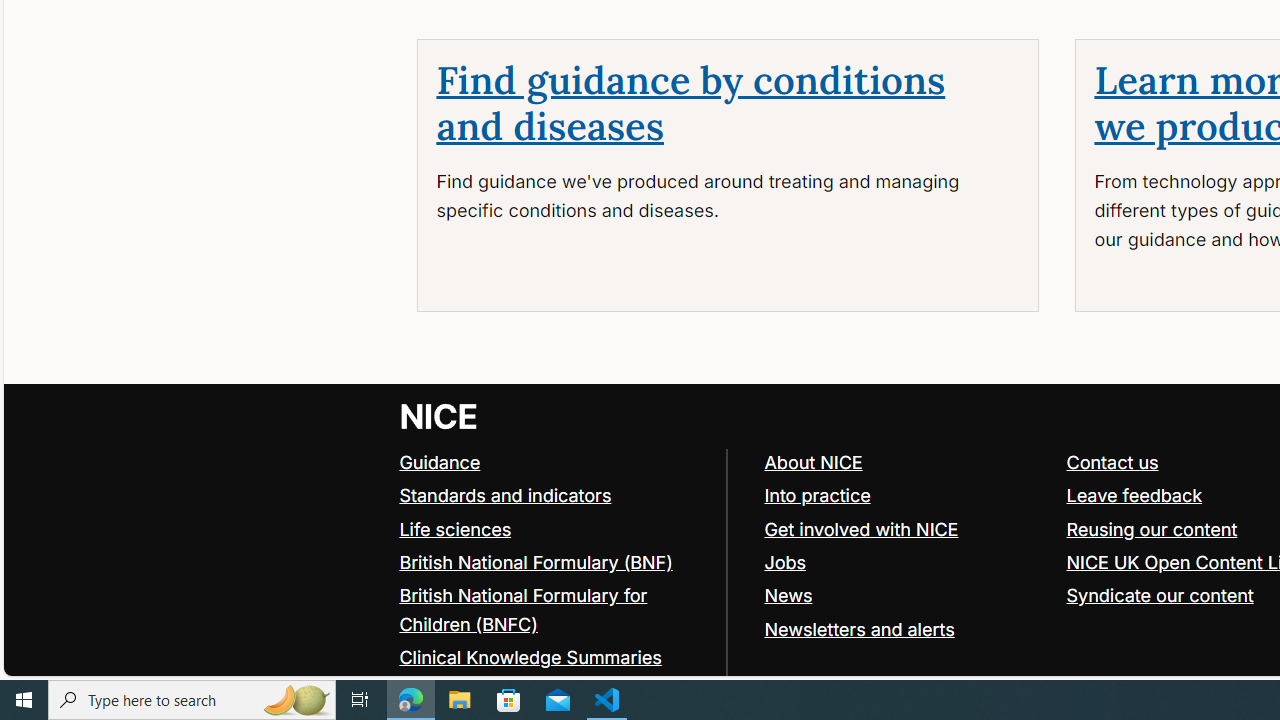  Describe the element at coordinates (1111, 461) in the screenshot. I see `'Contact us'` at that location.